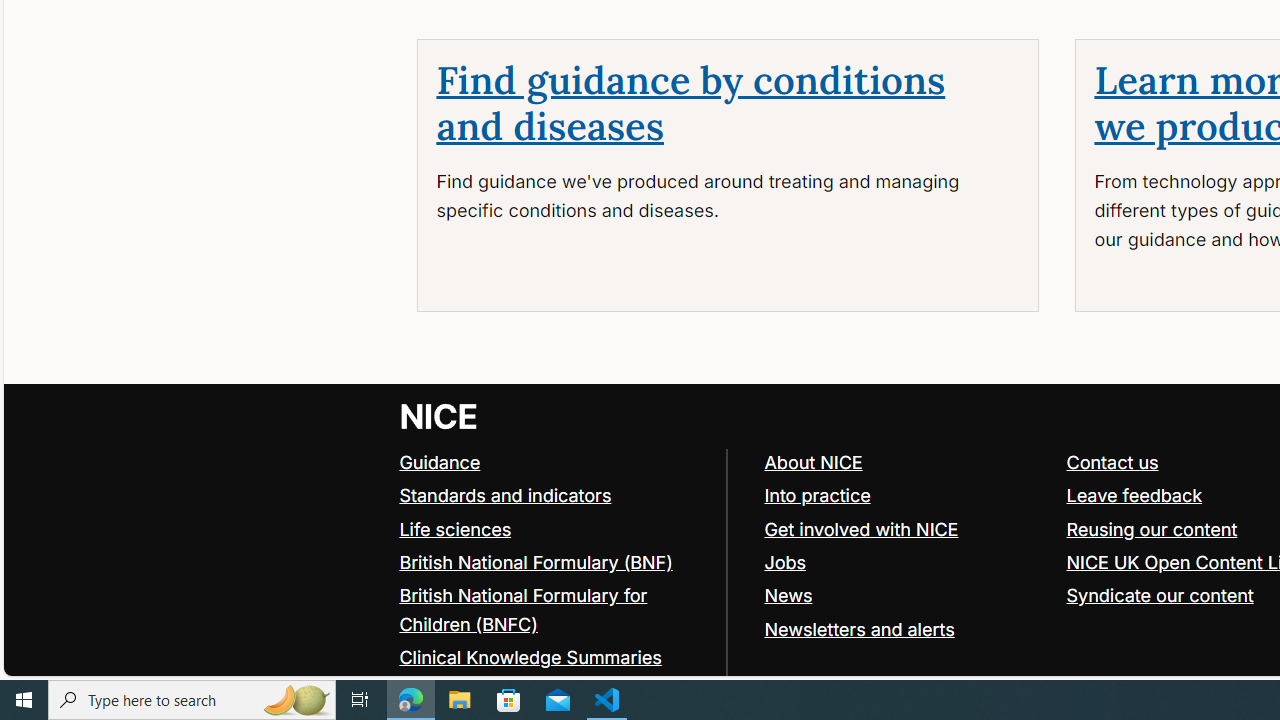  Describe the element at coordinates (1111, 461) in the screenshot. I see `'Contact us'` at that location.